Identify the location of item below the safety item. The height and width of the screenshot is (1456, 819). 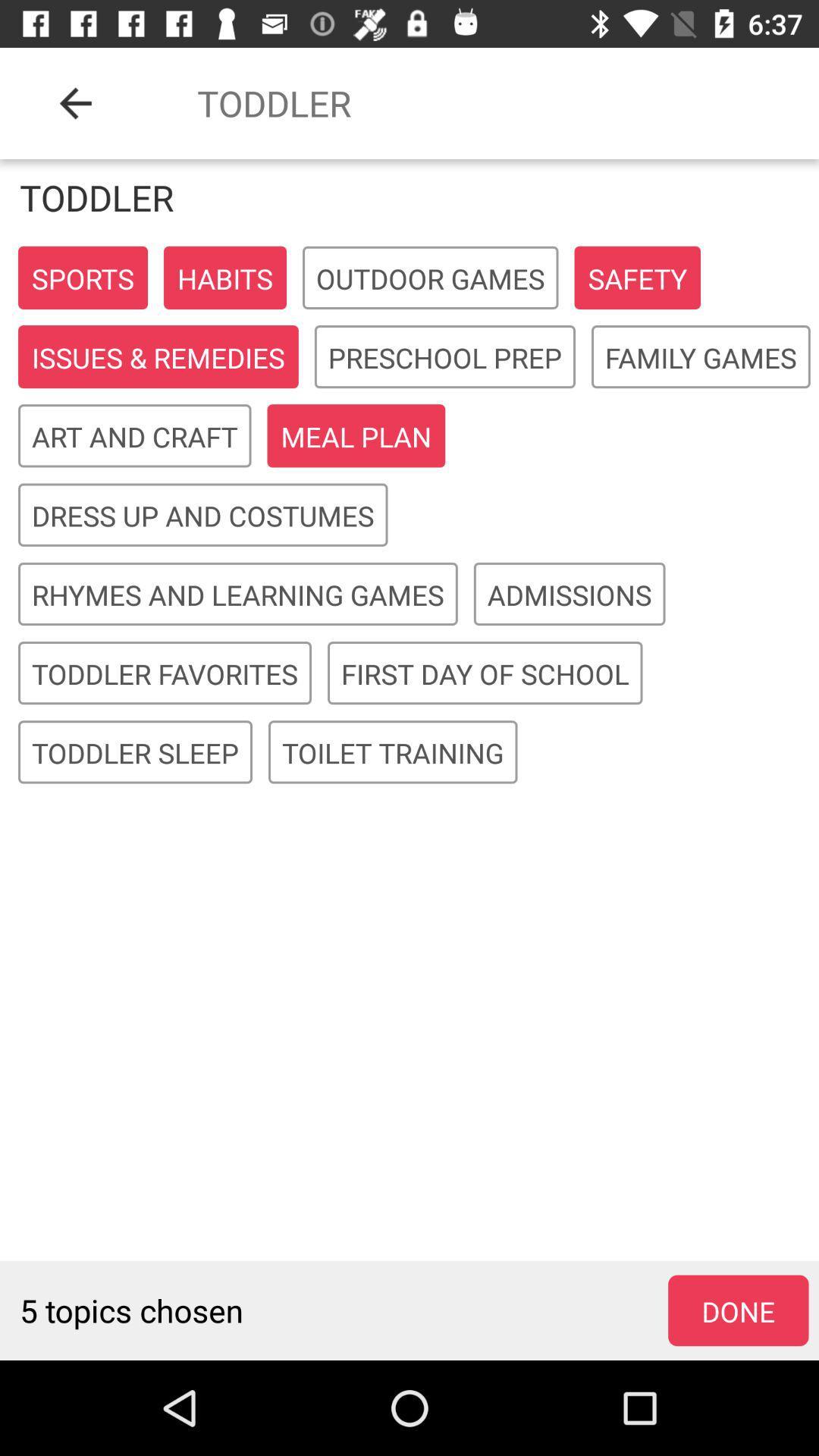
(701, 356).